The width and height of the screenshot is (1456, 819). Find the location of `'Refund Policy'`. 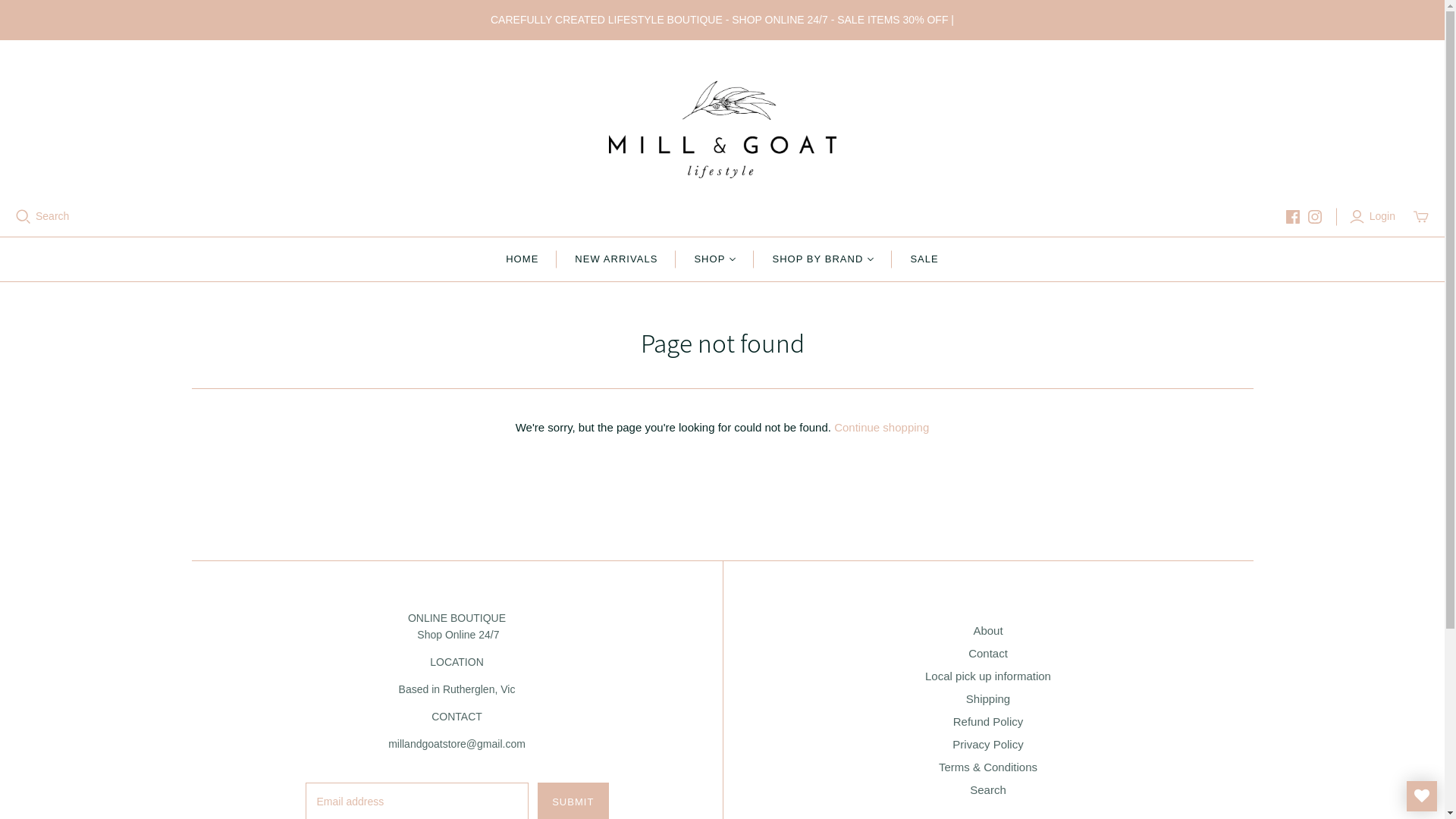

'Refund Policy' is located at coordinates (988, 720).